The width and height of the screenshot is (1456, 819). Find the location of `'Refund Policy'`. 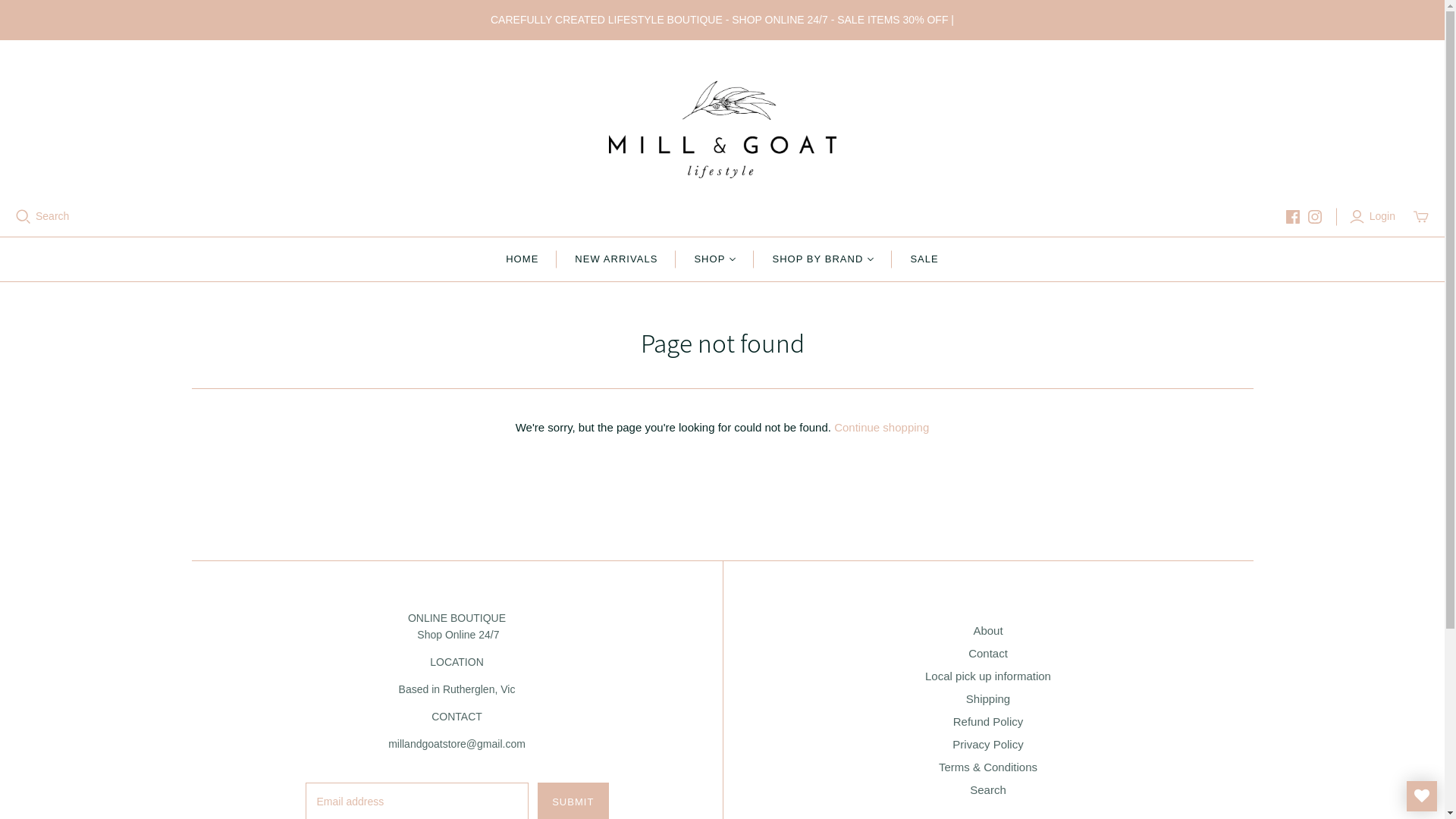

'Refund Policy' is located at coordinates (988, 720).